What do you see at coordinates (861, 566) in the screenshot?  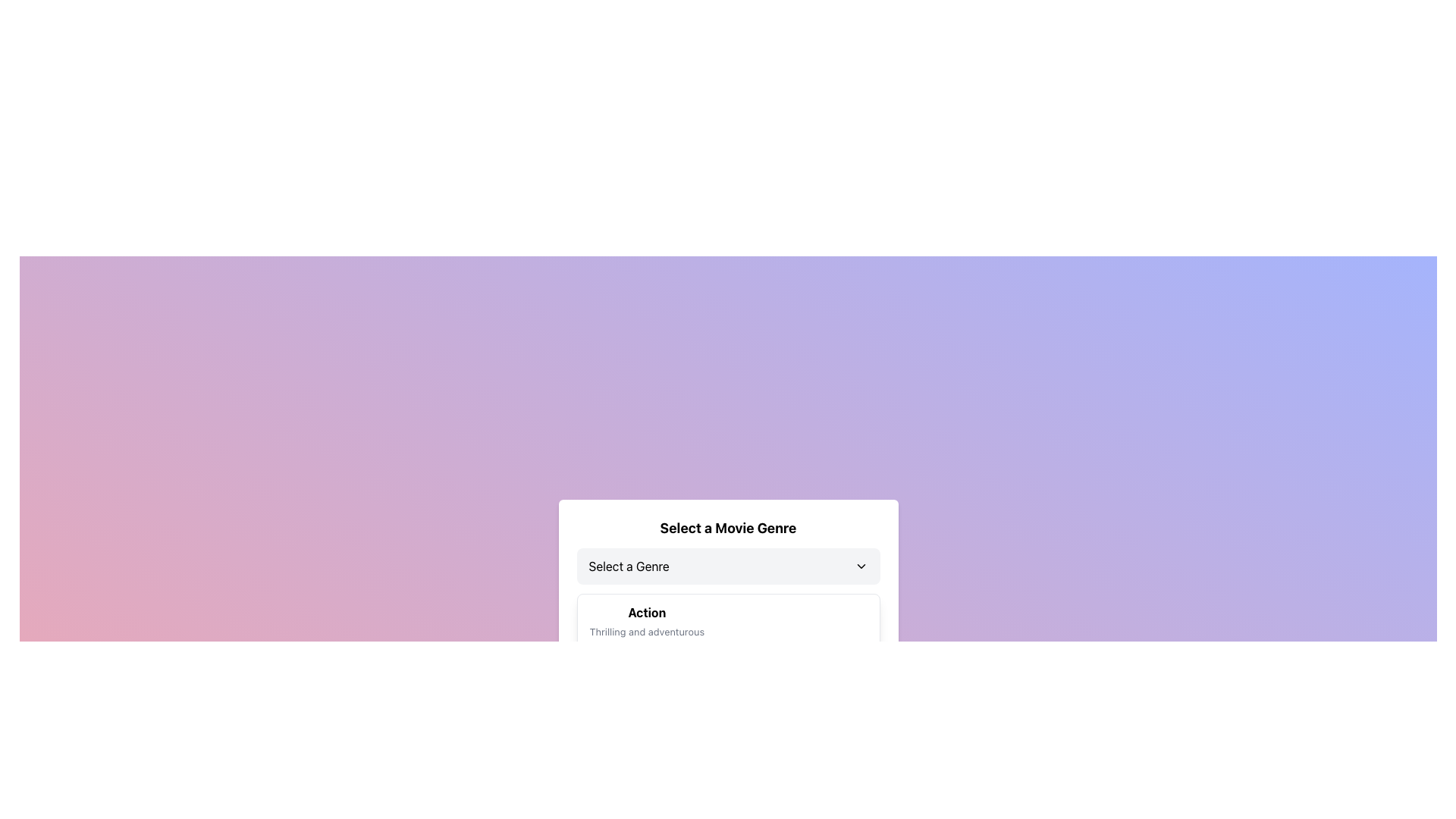 I see `the downwards-pointing chevron icon with a thin black outline, located to the right of the 'Select a Genre' label` at bounding box center [861, 566].